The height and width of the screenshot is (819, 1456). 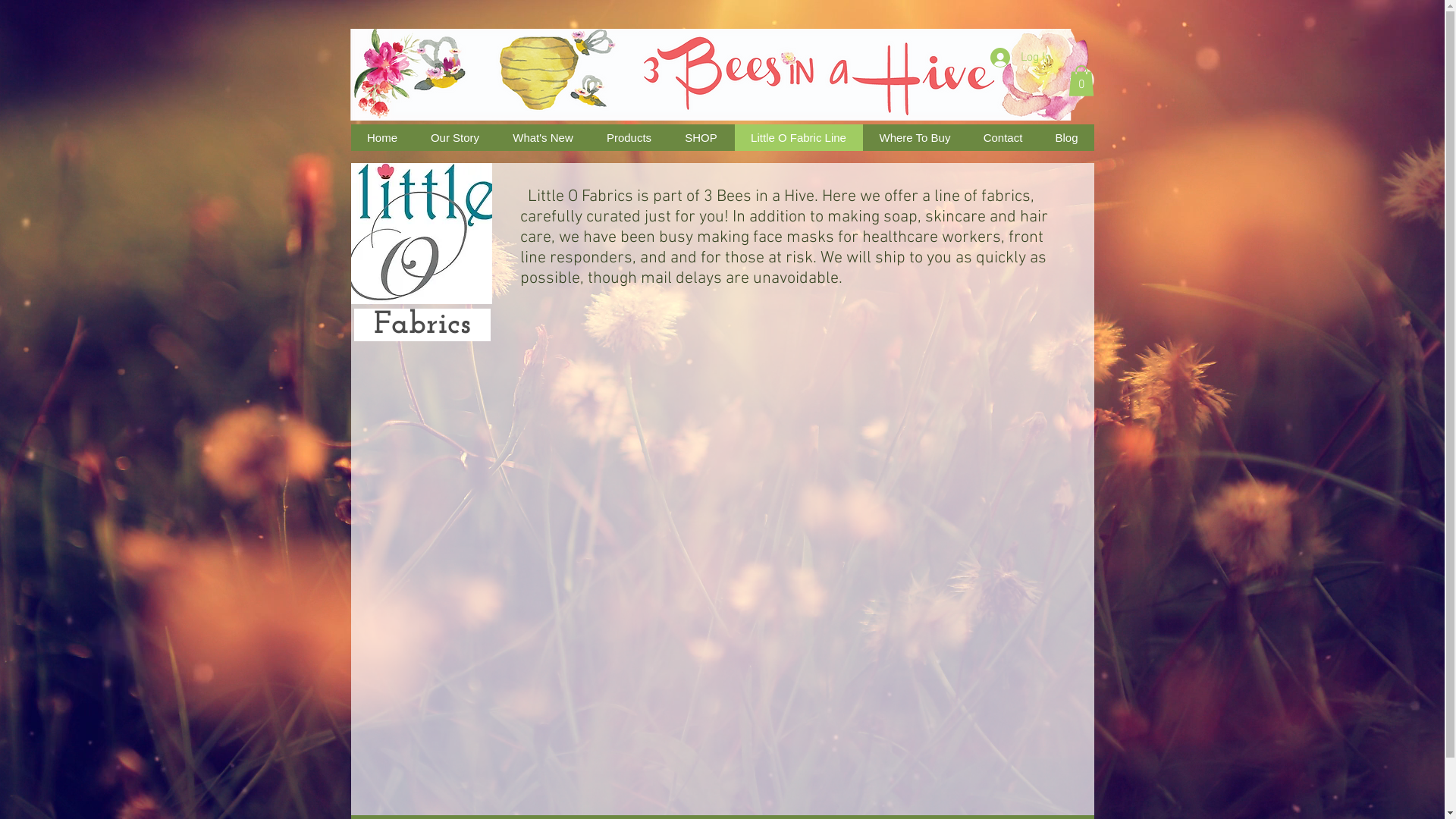 I want to click on 'Where To Buy', so click(x=862, y=137).